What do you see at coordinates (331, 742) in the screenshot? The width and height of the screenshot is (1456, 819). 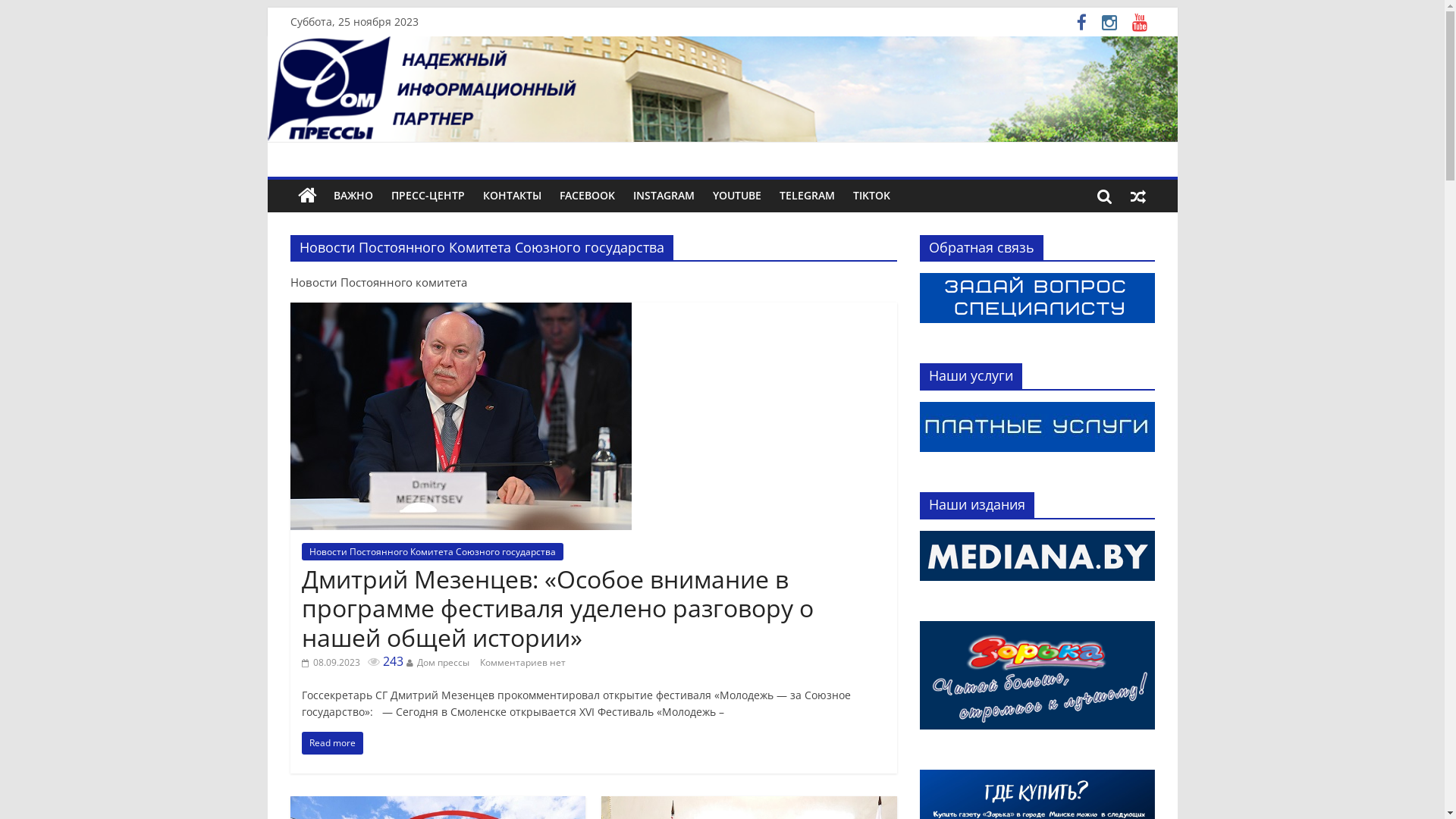 I see `'Read more'` at bounding box center [331, 742].